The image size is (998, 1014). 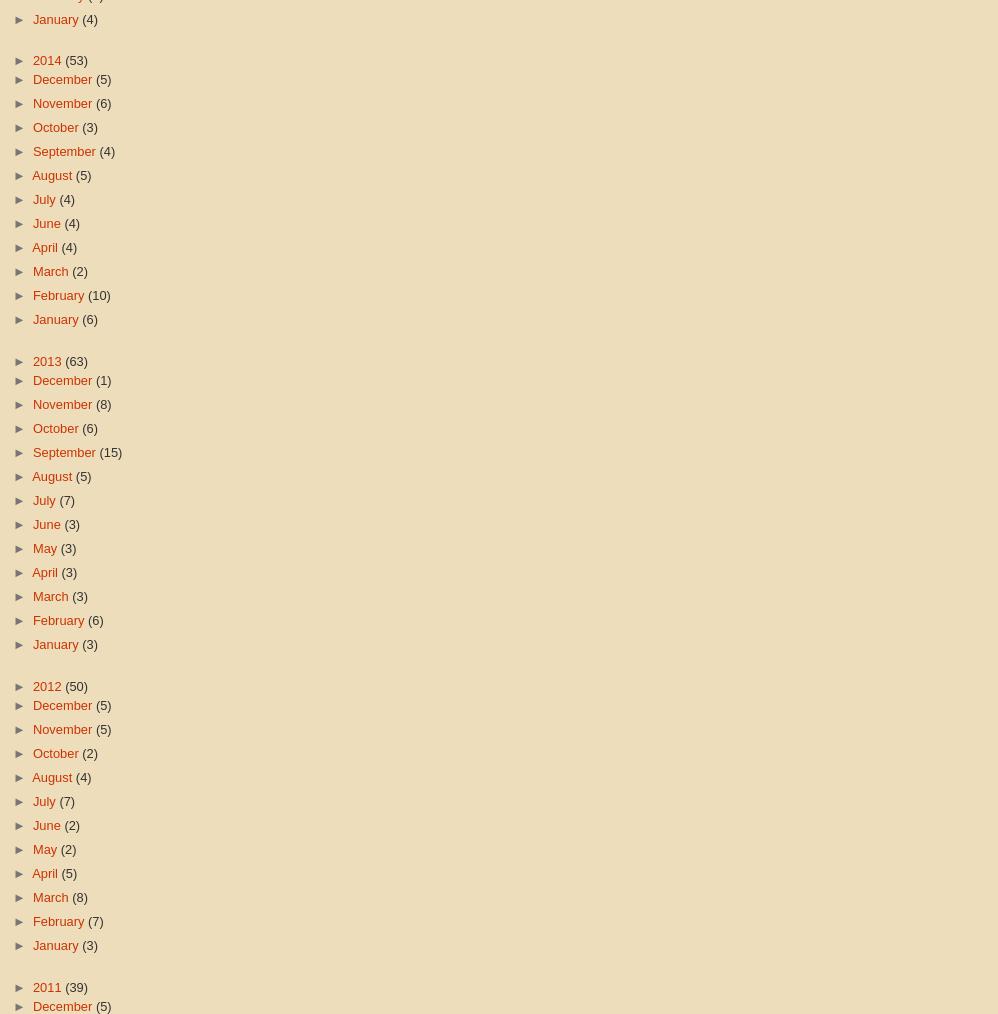 What do you see at coordinates (48, 986) in the screenshot?
I see `'2011'` at bounding box center [48, 986].